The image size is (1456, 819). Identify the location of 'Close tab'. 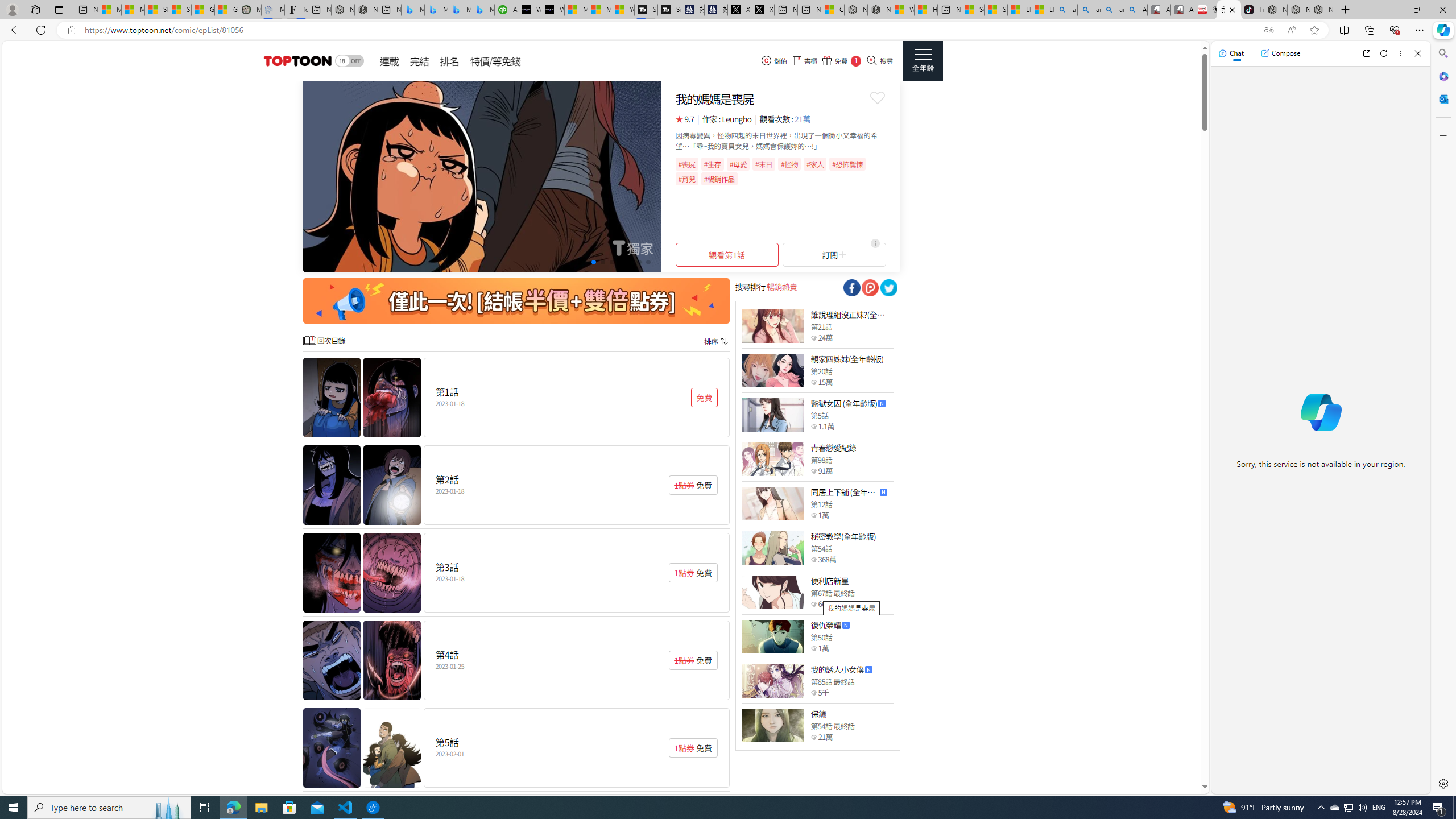
(1232, 9).